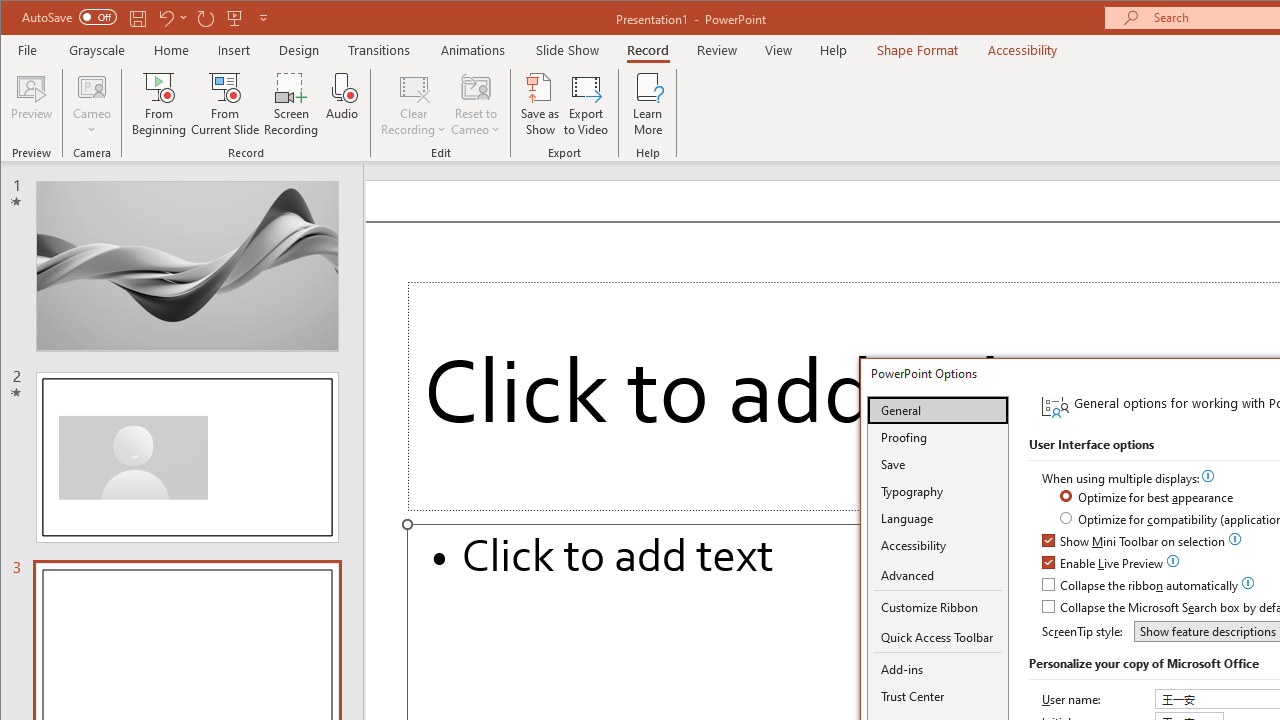 Image resolution: width=1280 pixels, height=720 pixels. What do you see at coordinates (937, 669) in the screenshot?
I see `'Add-ins'` at bounding box center [937, 669].